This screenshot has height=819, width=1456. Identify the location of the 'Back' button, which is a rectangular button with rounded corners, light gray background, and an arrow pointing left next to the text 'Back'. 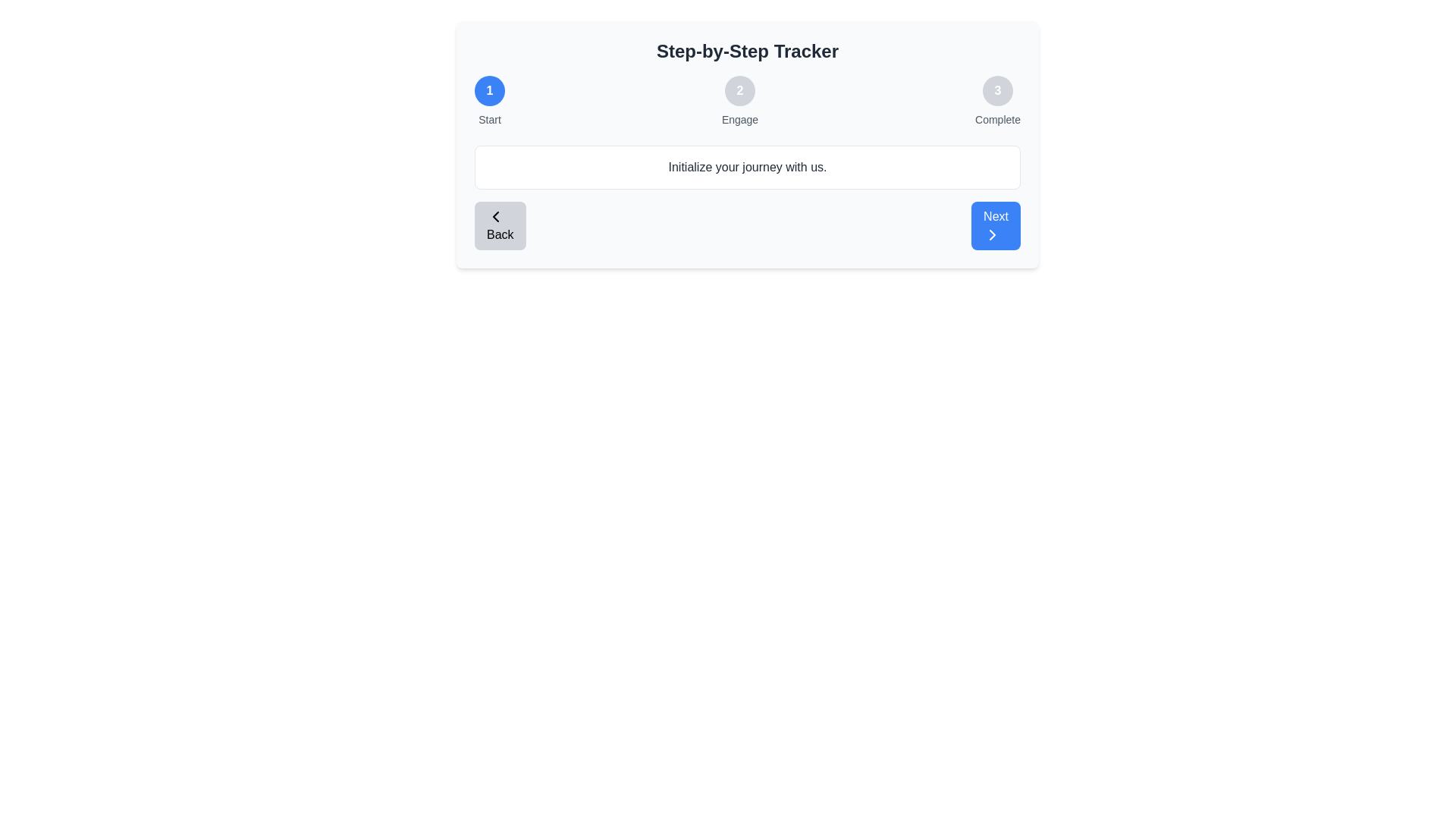
(500, 225).